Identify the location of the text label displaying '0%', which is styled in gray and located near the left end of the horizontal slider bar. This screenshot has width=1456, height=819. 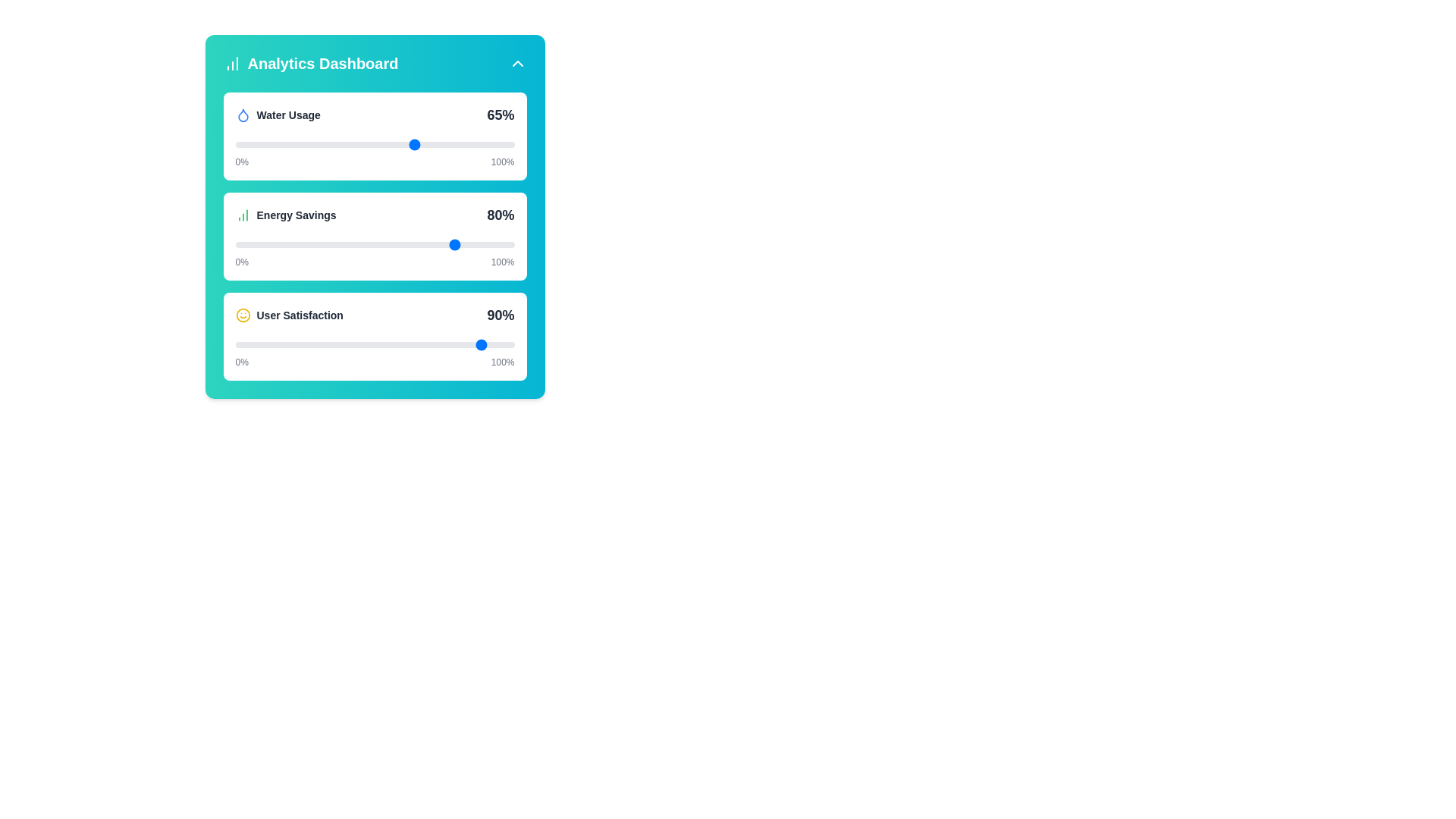
(241, 362).